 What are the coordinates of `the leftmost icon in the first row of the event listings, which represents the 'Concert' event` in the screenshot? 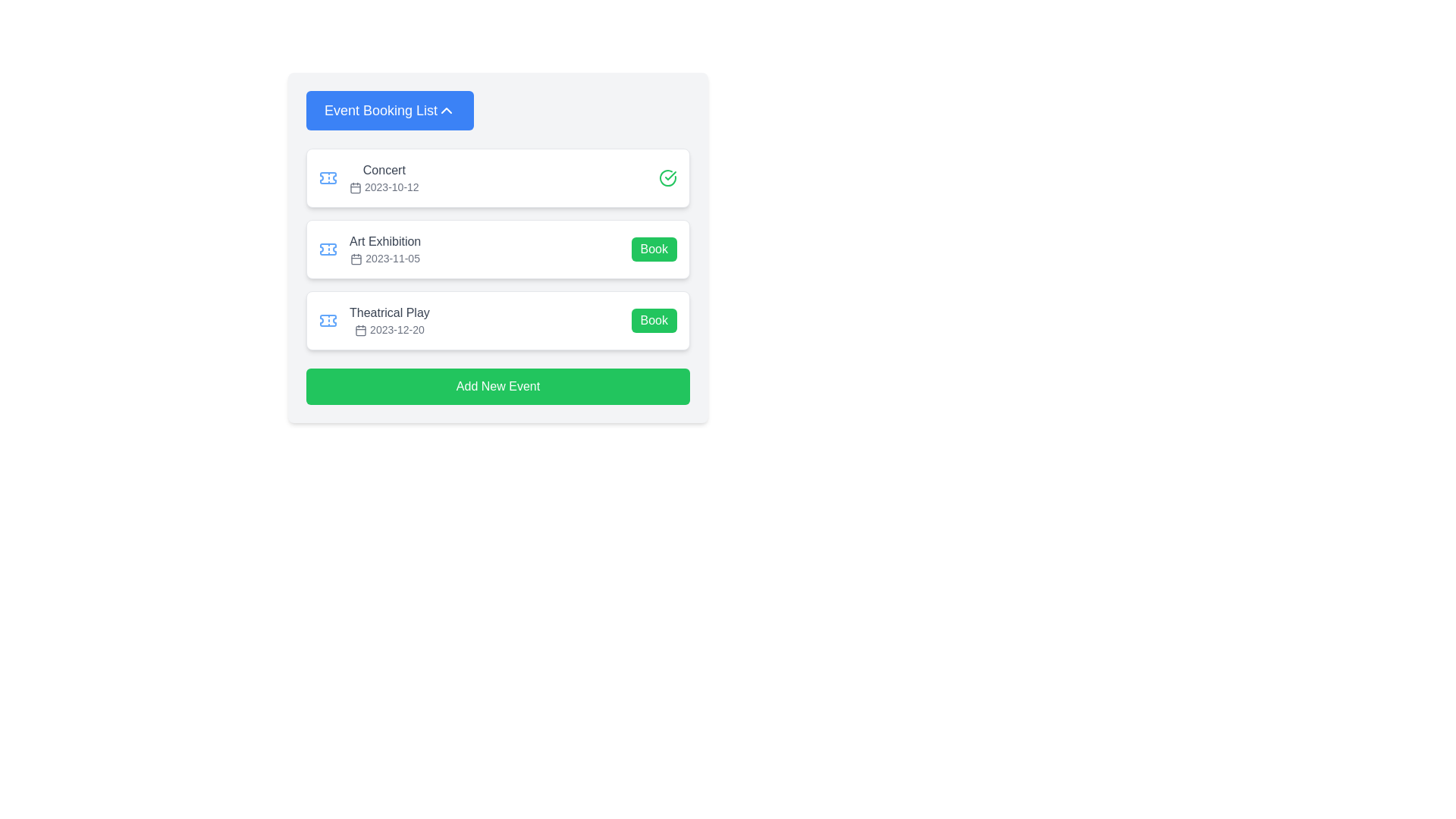 It's located at (327, 177).